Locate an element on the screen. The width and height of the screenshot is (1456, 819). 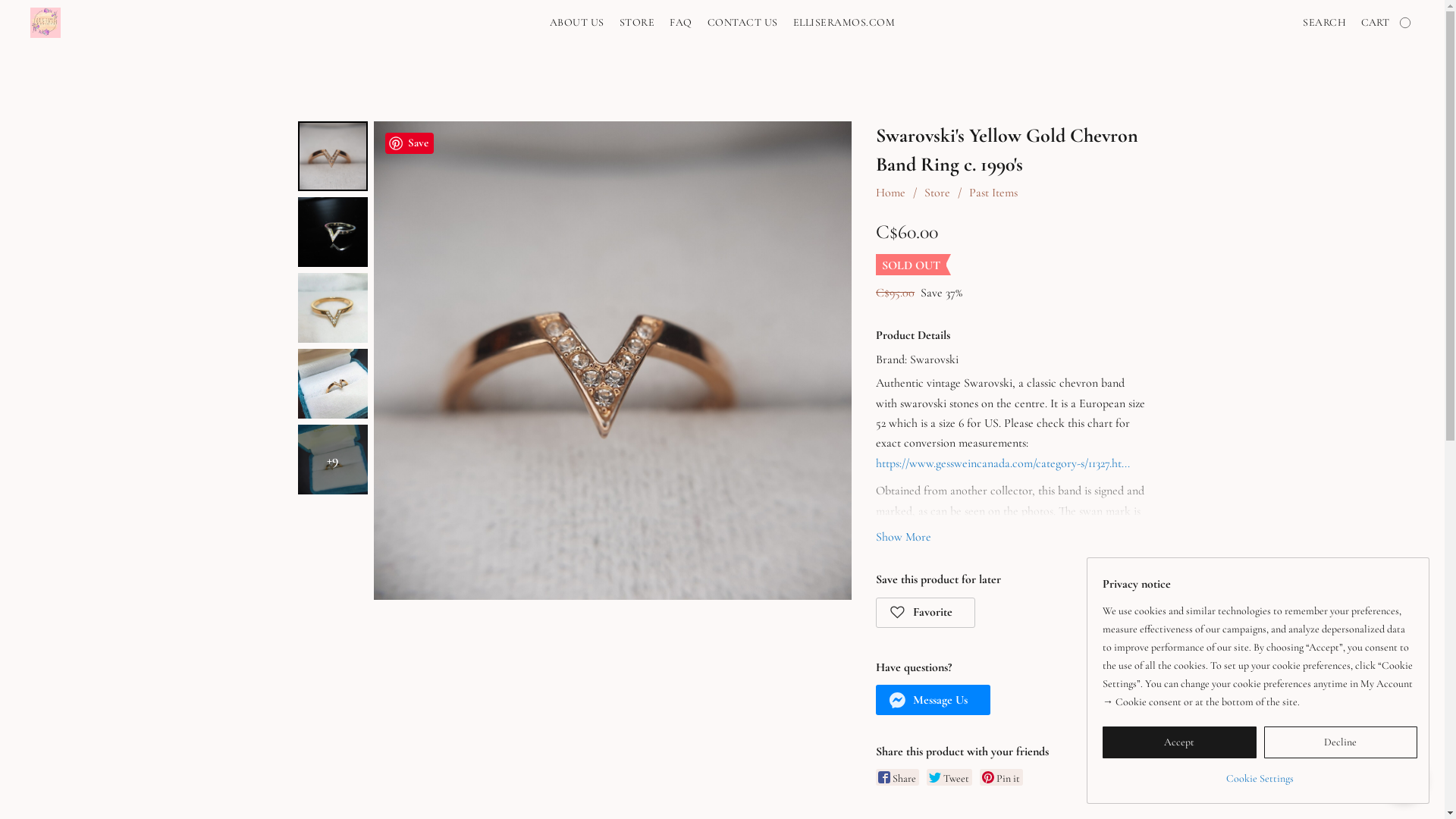
'Message Us' is located at coordinates (932, 699).